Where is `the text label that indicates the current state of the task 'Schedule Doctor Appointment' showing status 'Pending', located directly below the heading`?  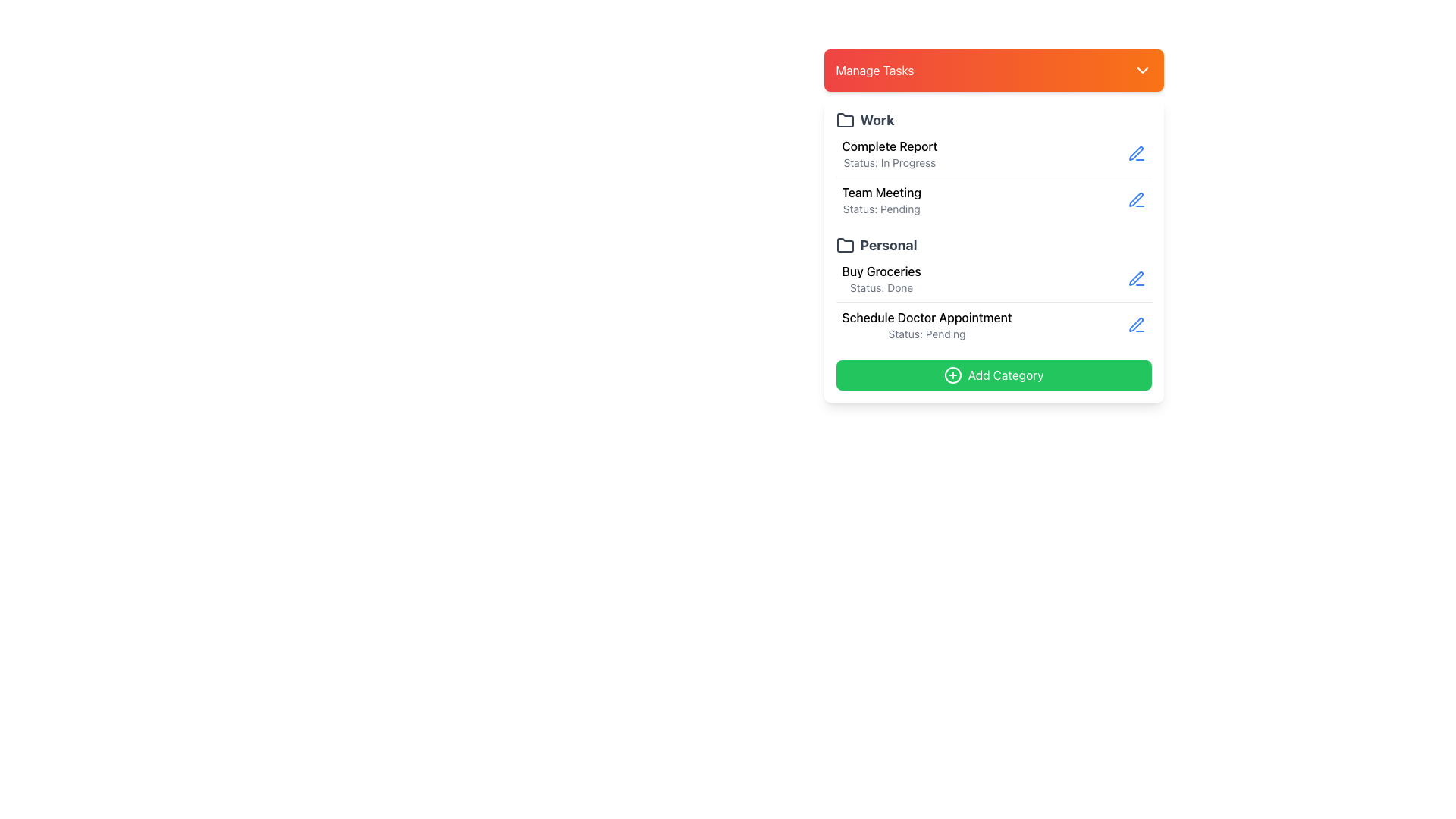
the text label that indicates the current state of the task 'Schedule Doctor Appointment' showing status 'Pending', located directly below the heading is located at coordinates (926, 333).